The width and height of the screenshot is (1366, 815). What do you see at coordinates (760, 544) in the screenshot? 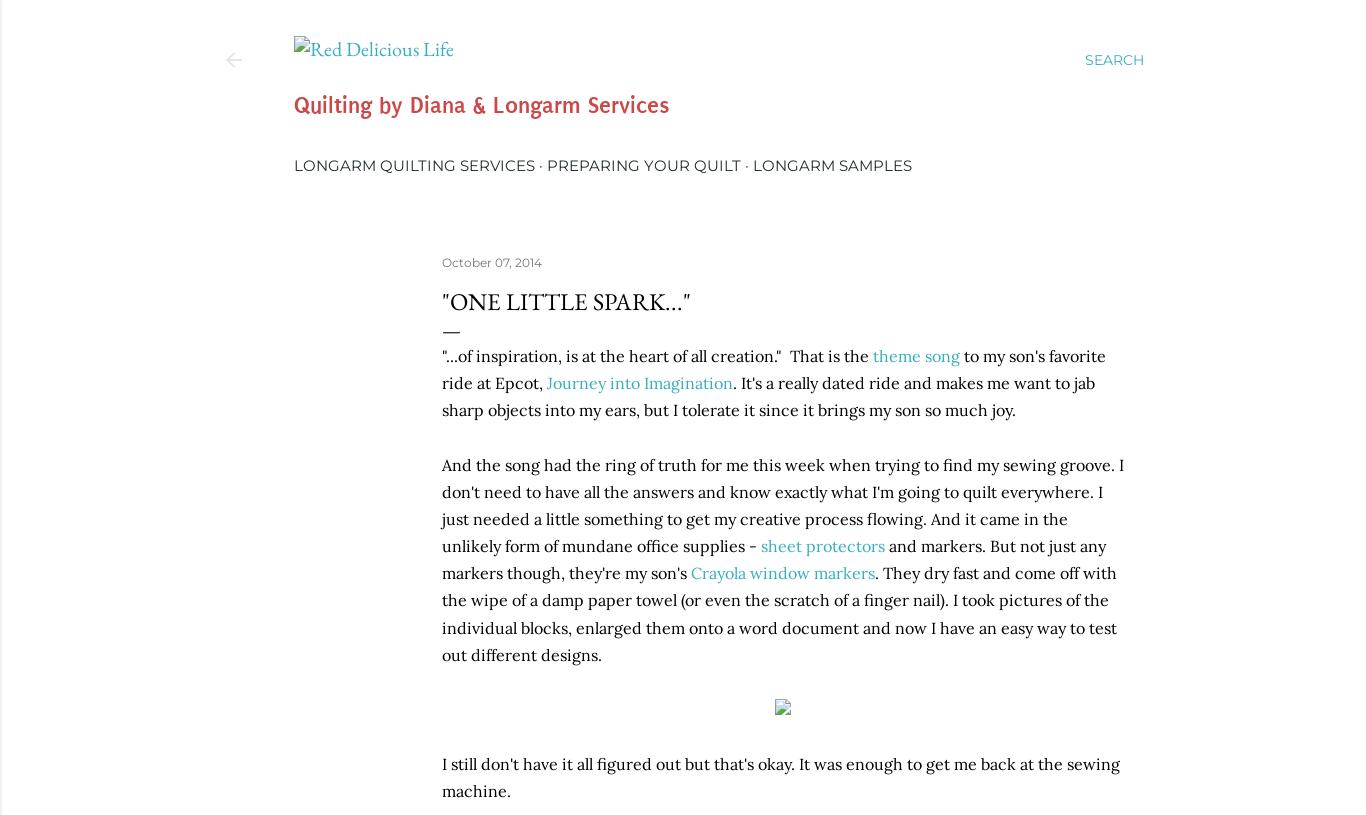
I see `'sheet protectors'` at bounding box center [760, 544].